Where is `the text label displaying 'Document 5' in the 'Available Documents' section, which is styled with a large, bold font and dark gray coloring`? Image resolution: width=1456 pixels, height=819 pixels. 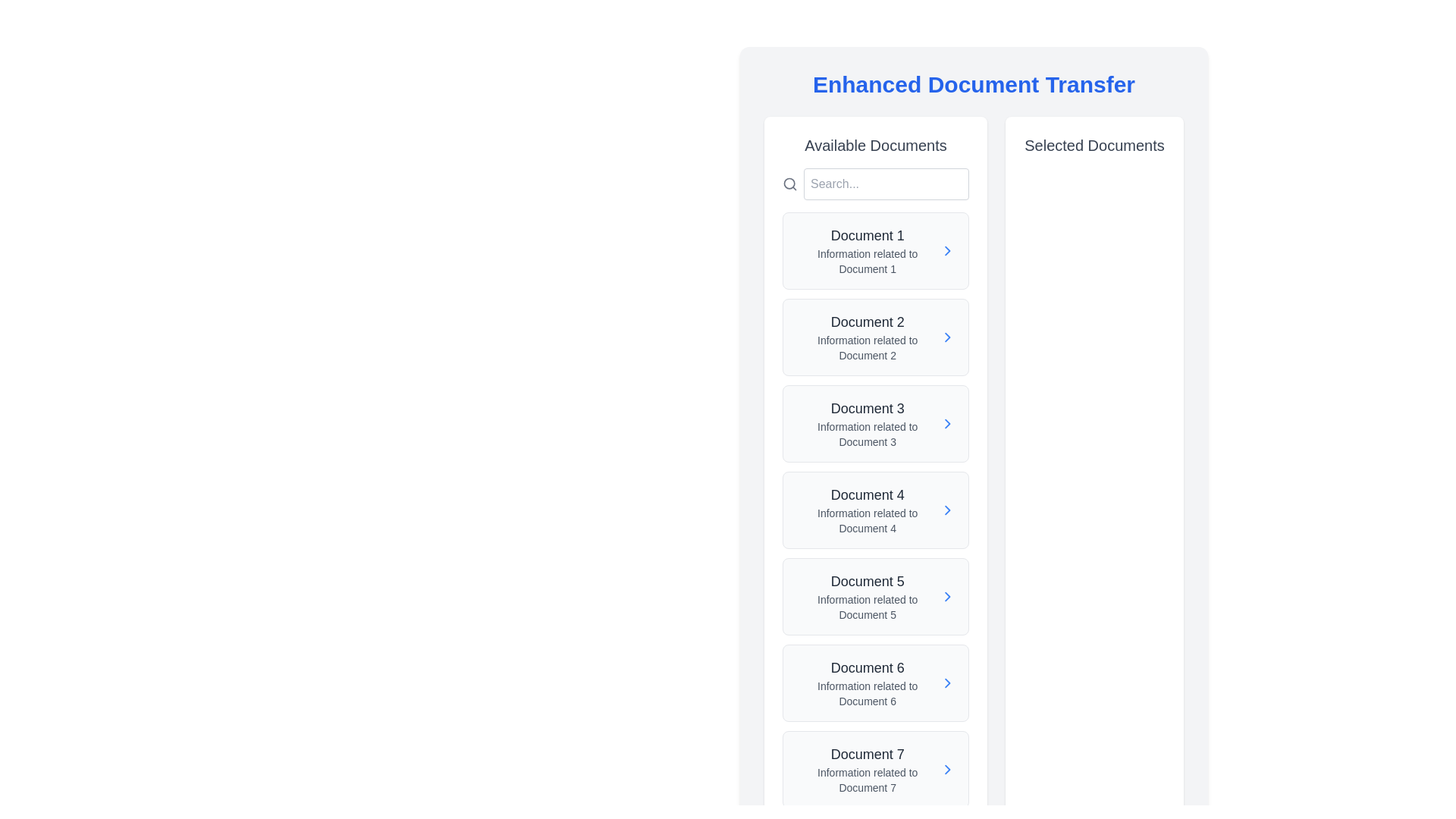 the text label displaying 'Document 5' in the 'Available Documents' section, which is styled with a large, bold font and dark gray coloring is located at coordinates (868, 581).